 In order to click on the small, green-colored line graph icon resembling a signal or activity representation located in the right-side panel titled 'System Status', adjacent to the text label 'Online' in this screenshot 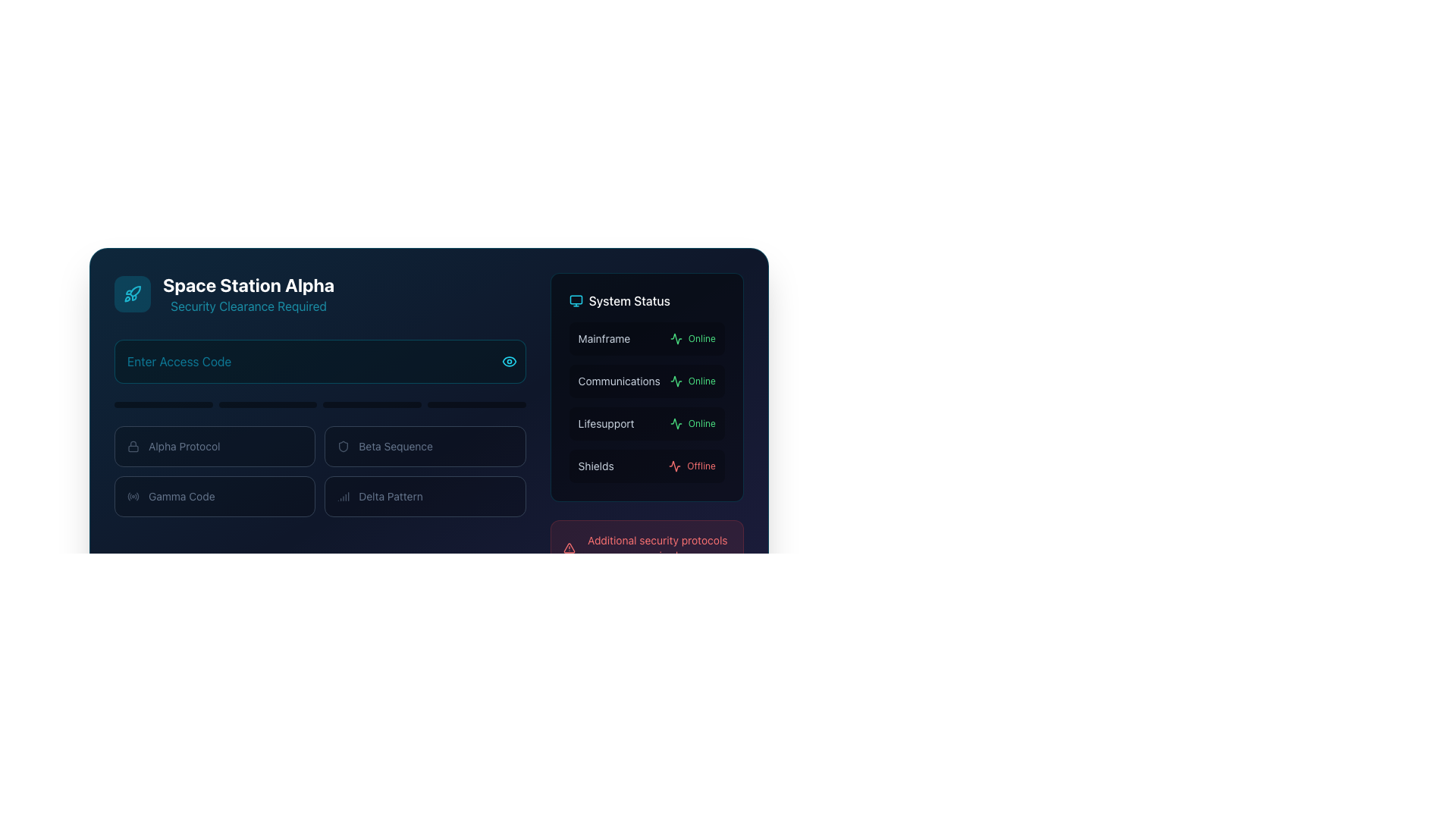, I will do `click(675, 380)`.